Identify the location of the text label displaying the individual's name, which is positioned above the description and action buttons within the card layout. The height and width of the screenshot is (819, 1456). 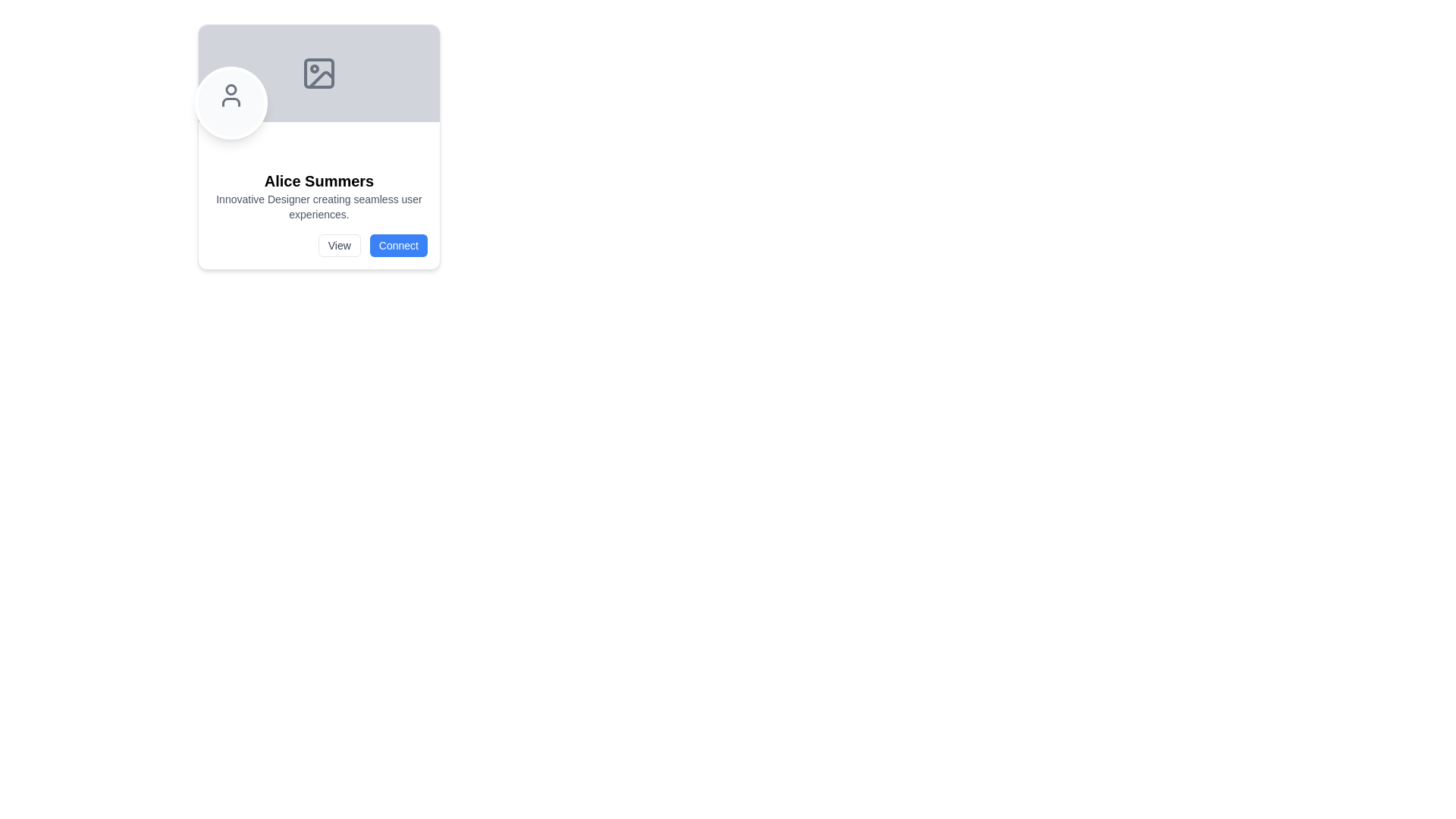
(318, 180).